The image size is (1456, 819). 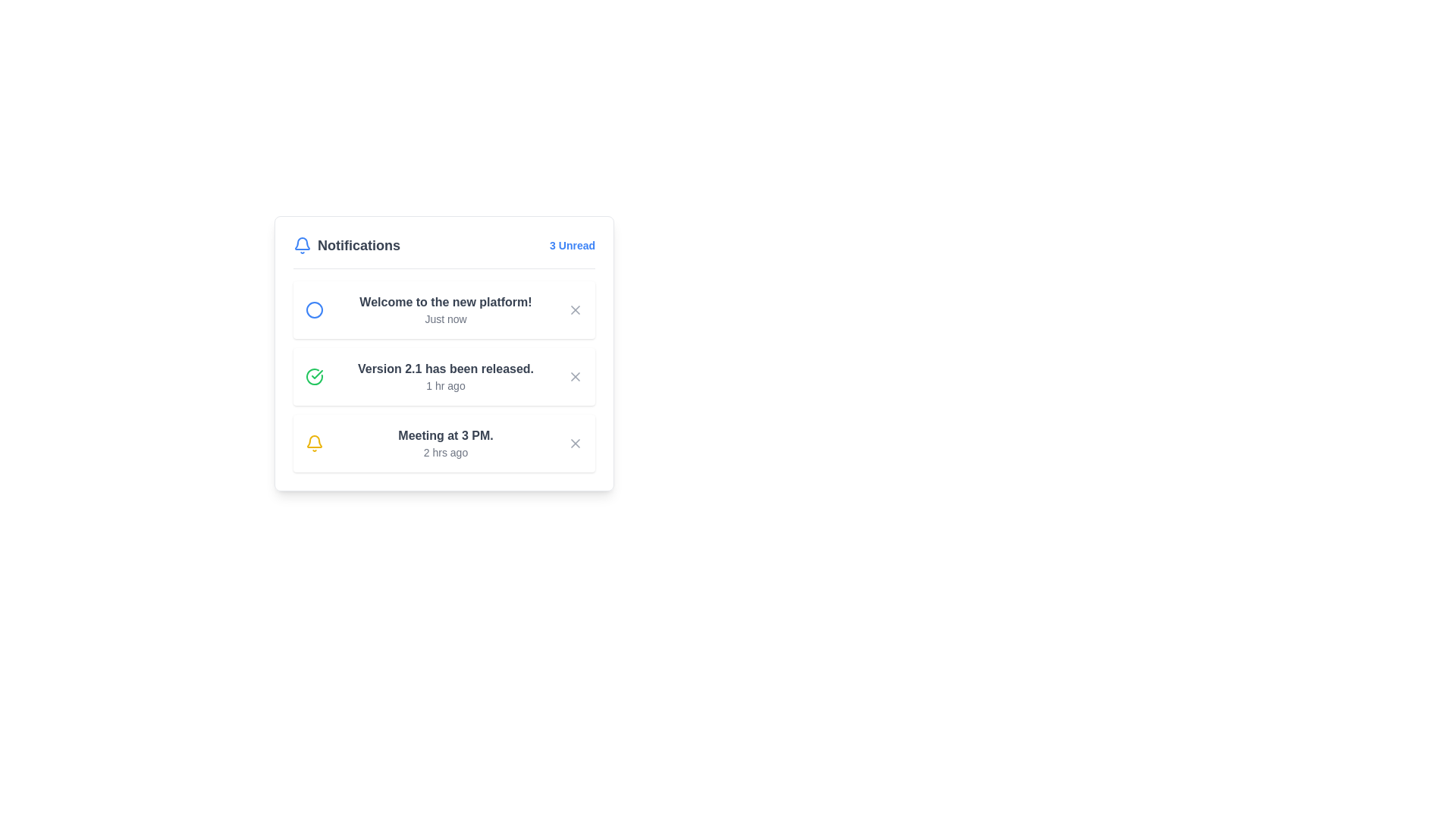 What do you see at coordinates (571, 245) in the screenshot?
I see `the Text Label displaying '3 Unread' notifications, located at the top-right corner of the 'Notifications' section` at bounding box center [571, 245].